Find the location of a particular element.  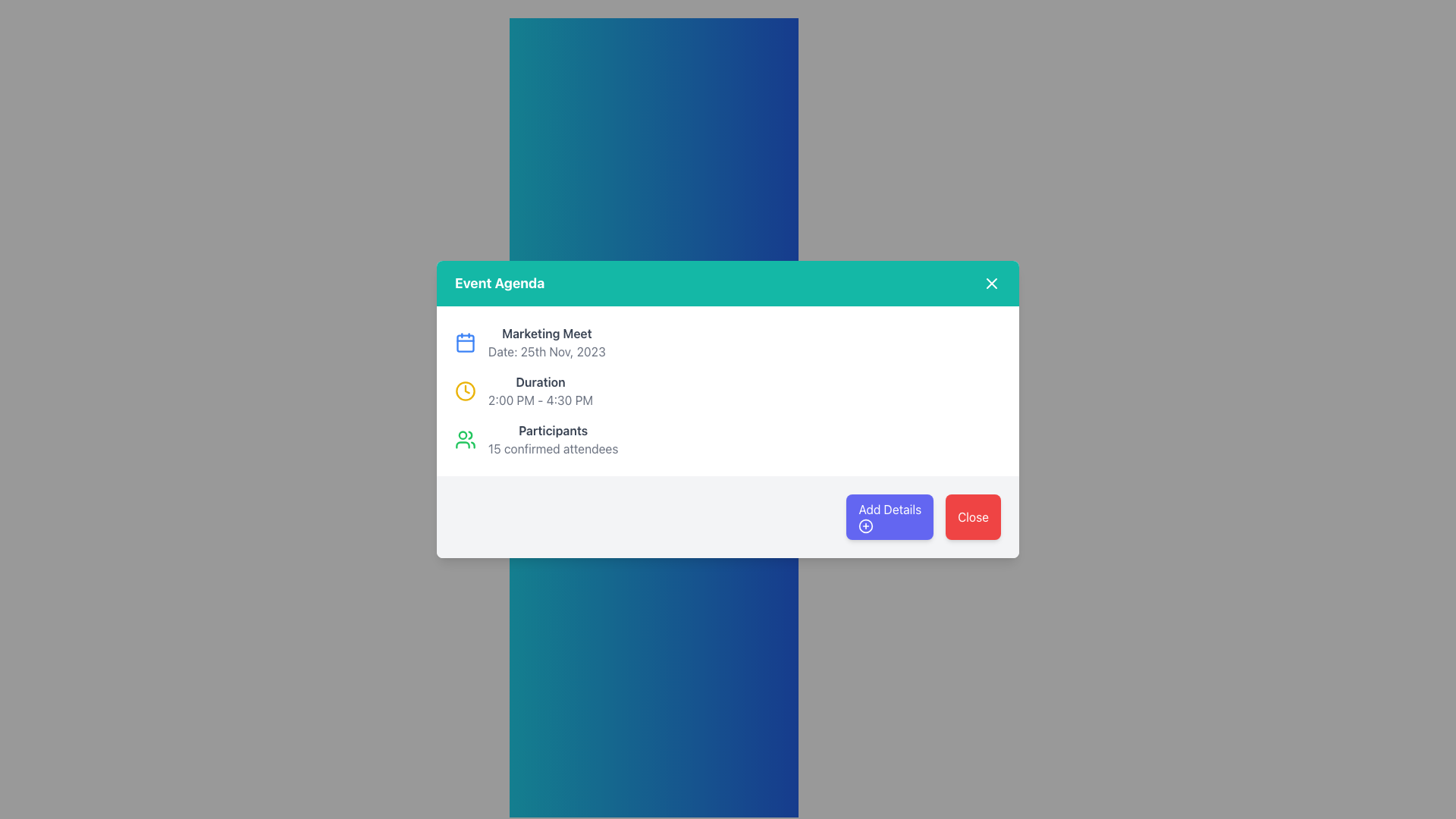

the icon located within the blue-colored 'Add Details' button at the bottom right of the content card is located at coordinates (866, 526).